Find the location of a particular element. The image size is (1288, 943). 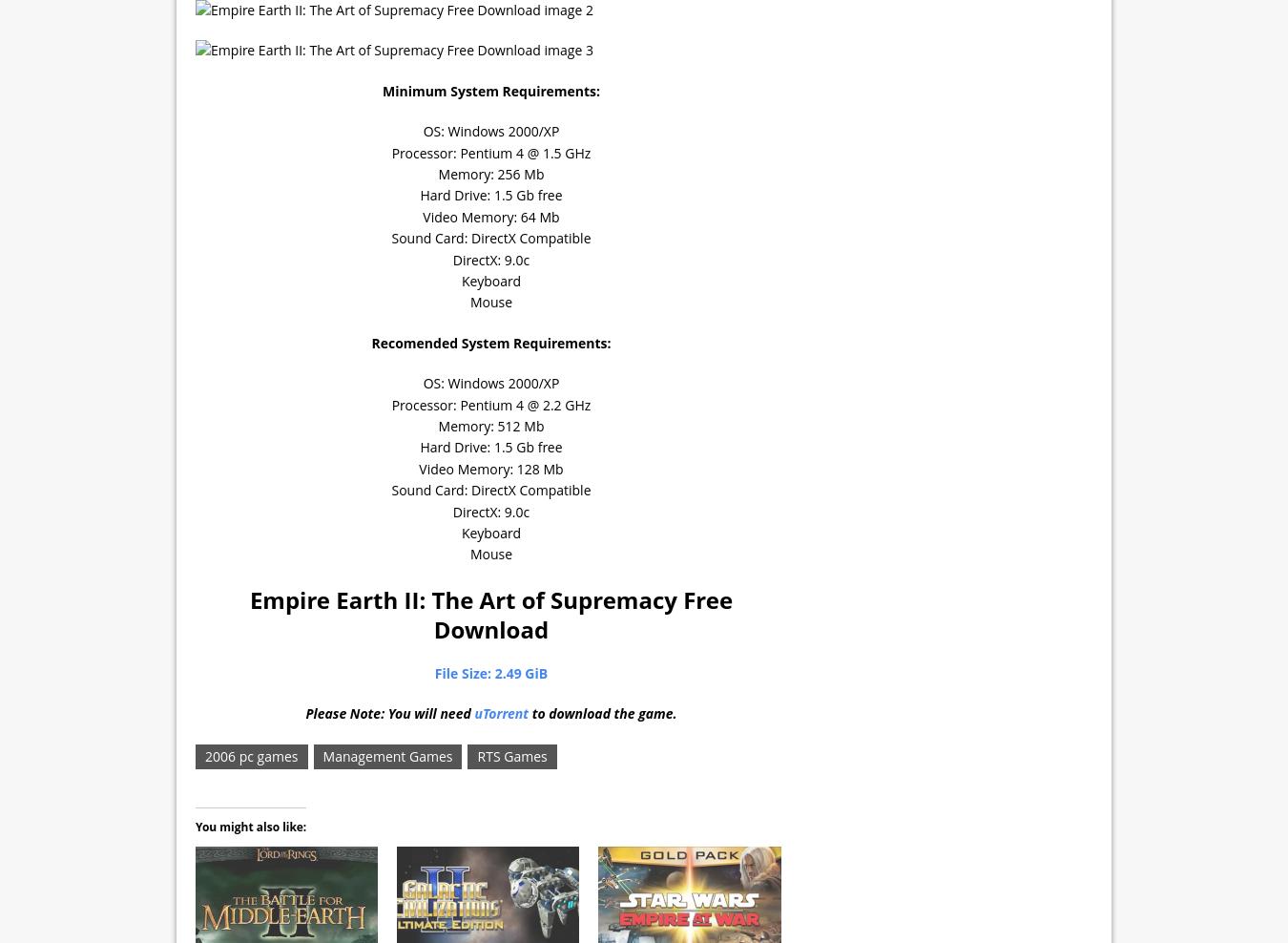

'Processor: Pentium 4 @ 2.2 GHz' is located at coordinates (489, 403).